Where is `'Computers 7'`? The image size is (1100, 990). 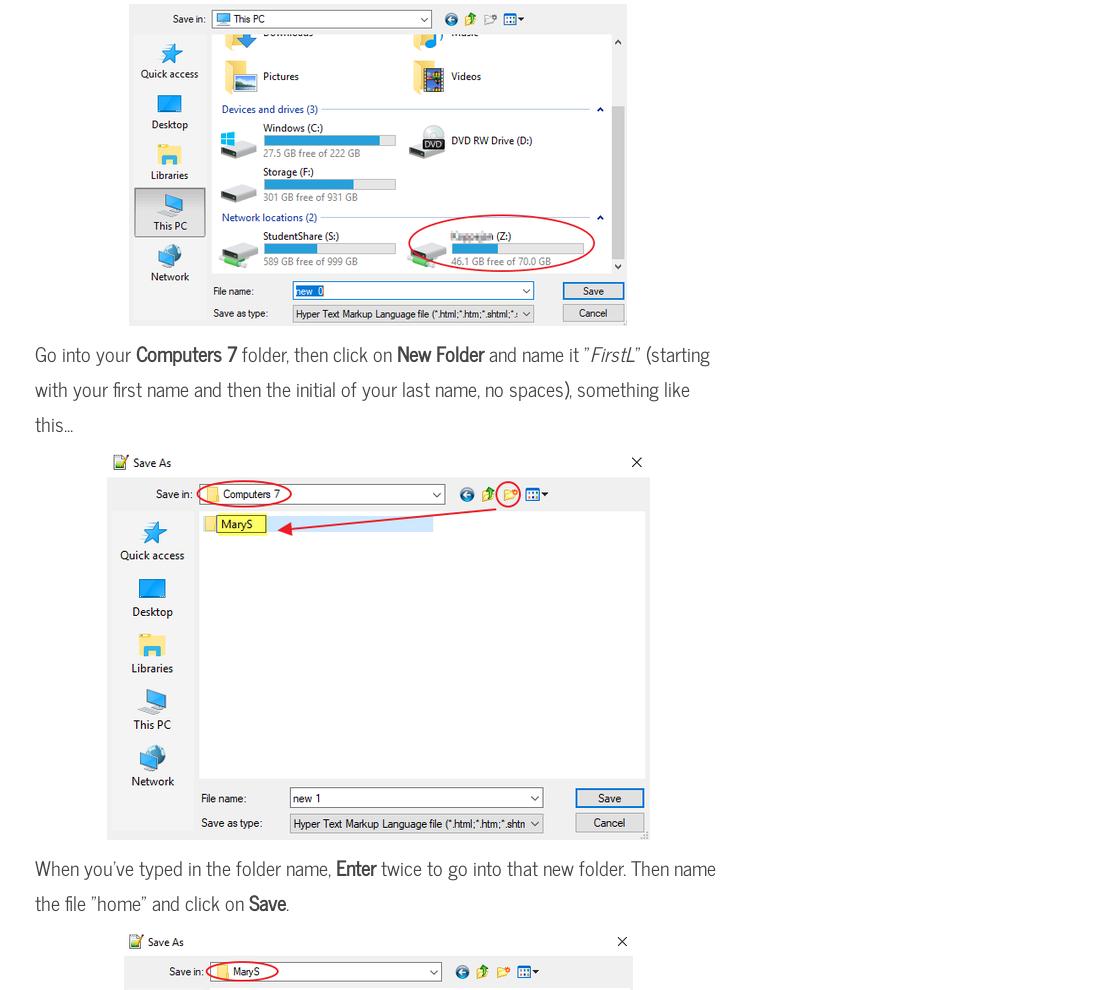
'Computers 7' is located at coordinates (185, 353).